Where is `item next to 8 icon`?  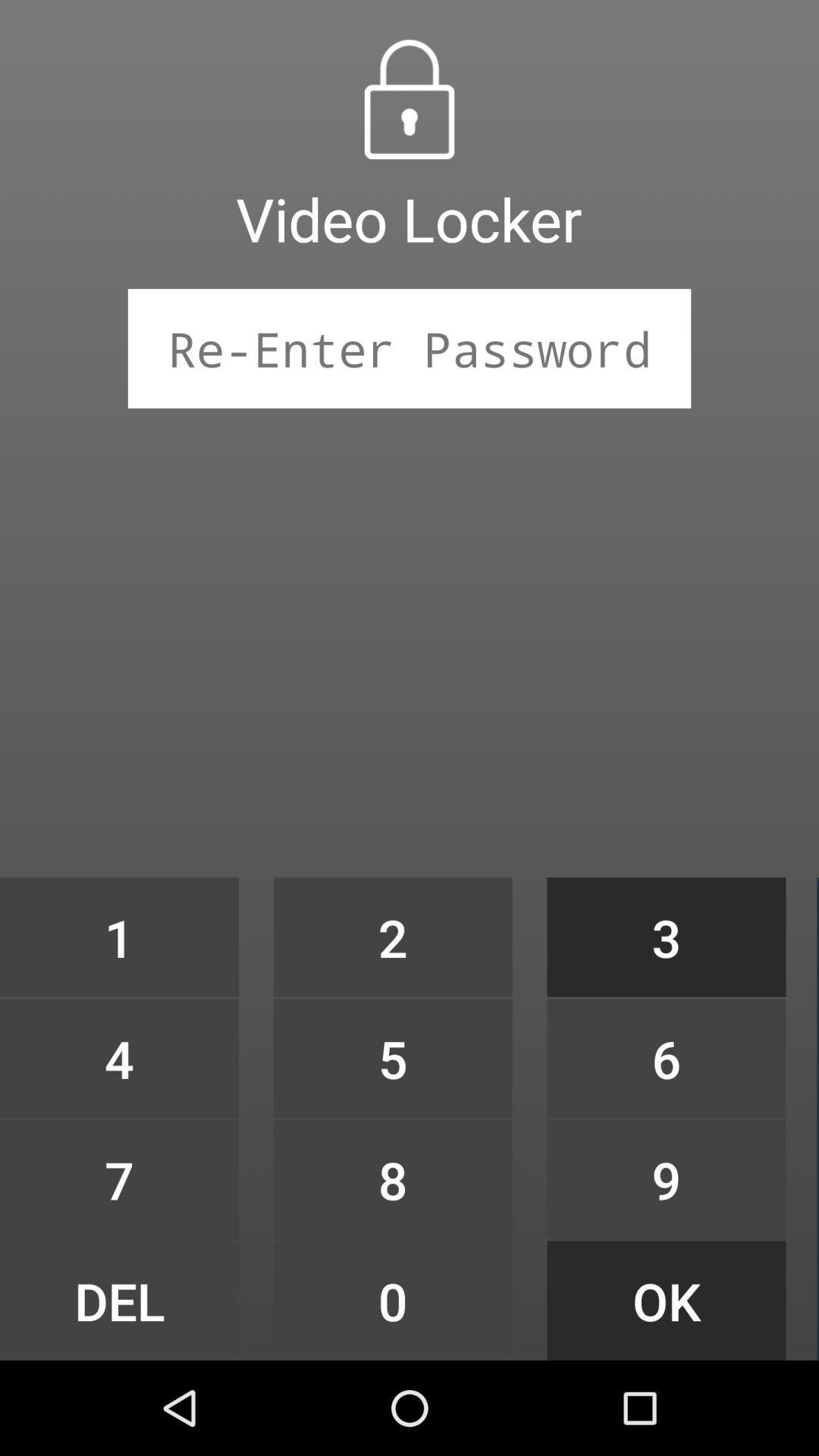
item next to 8 icon is located at coordinates (118, 1300).